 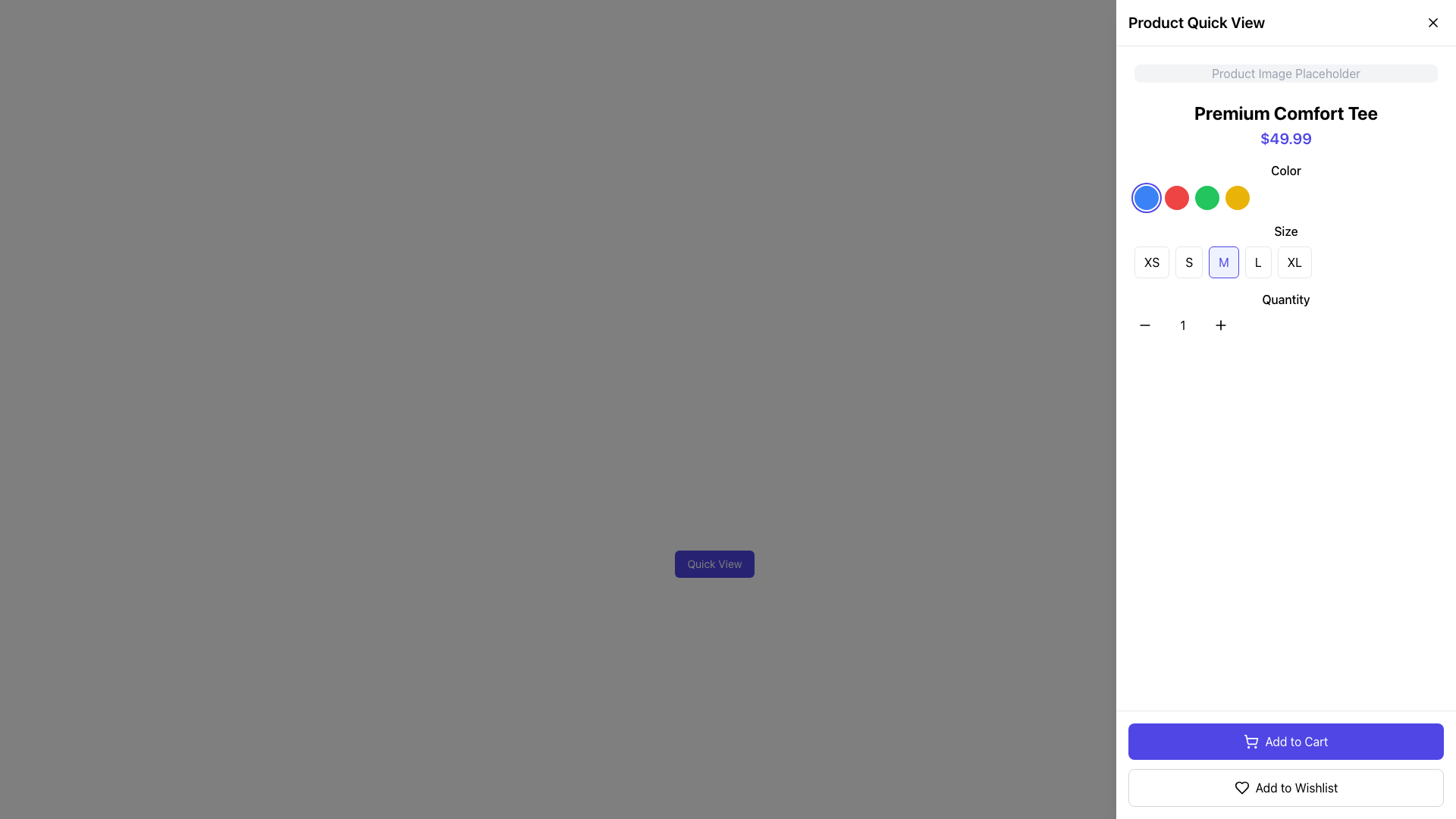 What do you see at coordinates (1220, 324) in the screenshot?
I see `the quantity increment button located in the quantity selector area under the 'Quantity' label, positioned to the right of the numerical value '1'` at bounding box center [1220, 324].